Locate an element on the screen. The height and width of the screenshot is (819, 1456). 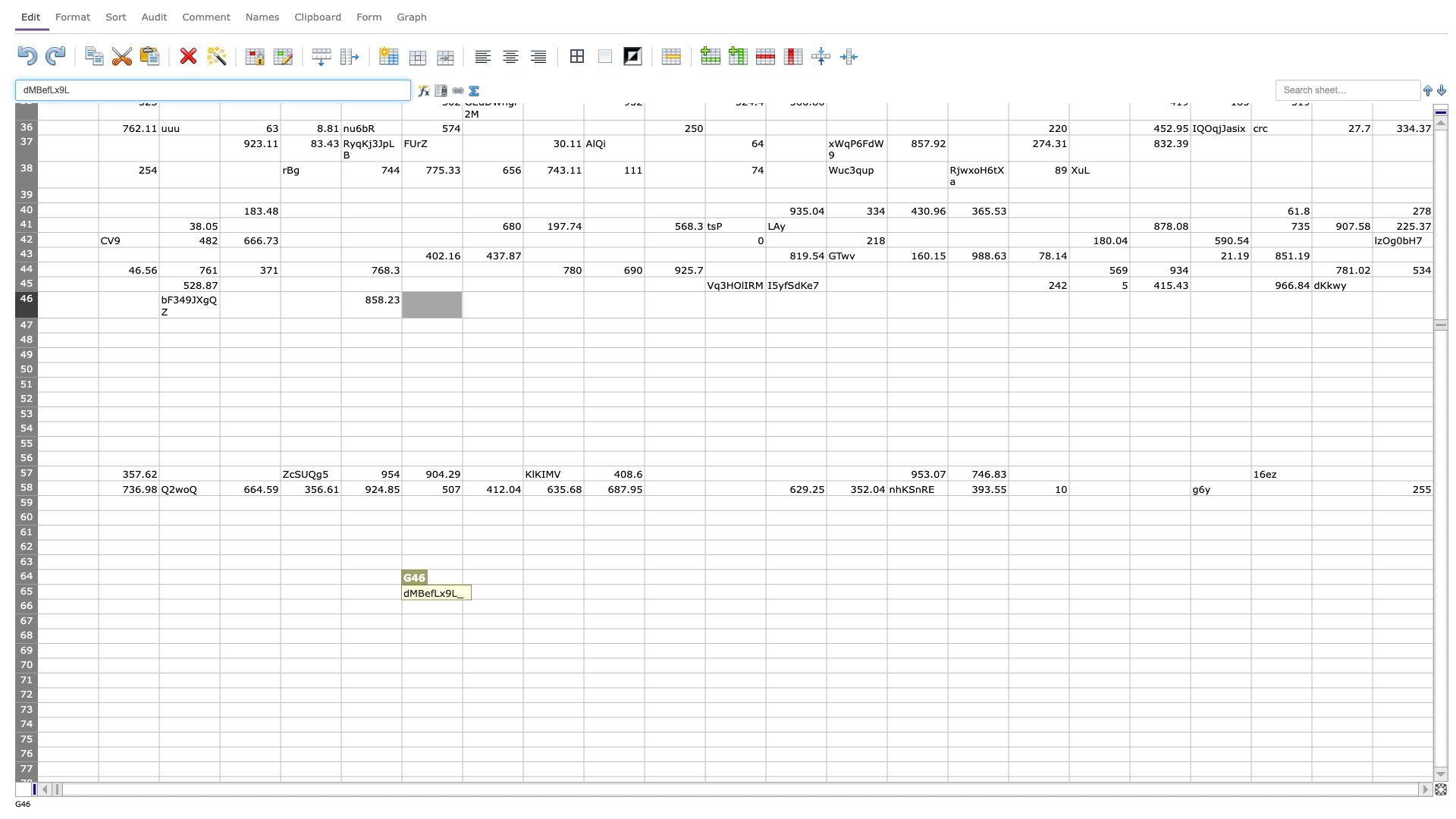
fill handle point of K66 is located at coordinates (704, 613).